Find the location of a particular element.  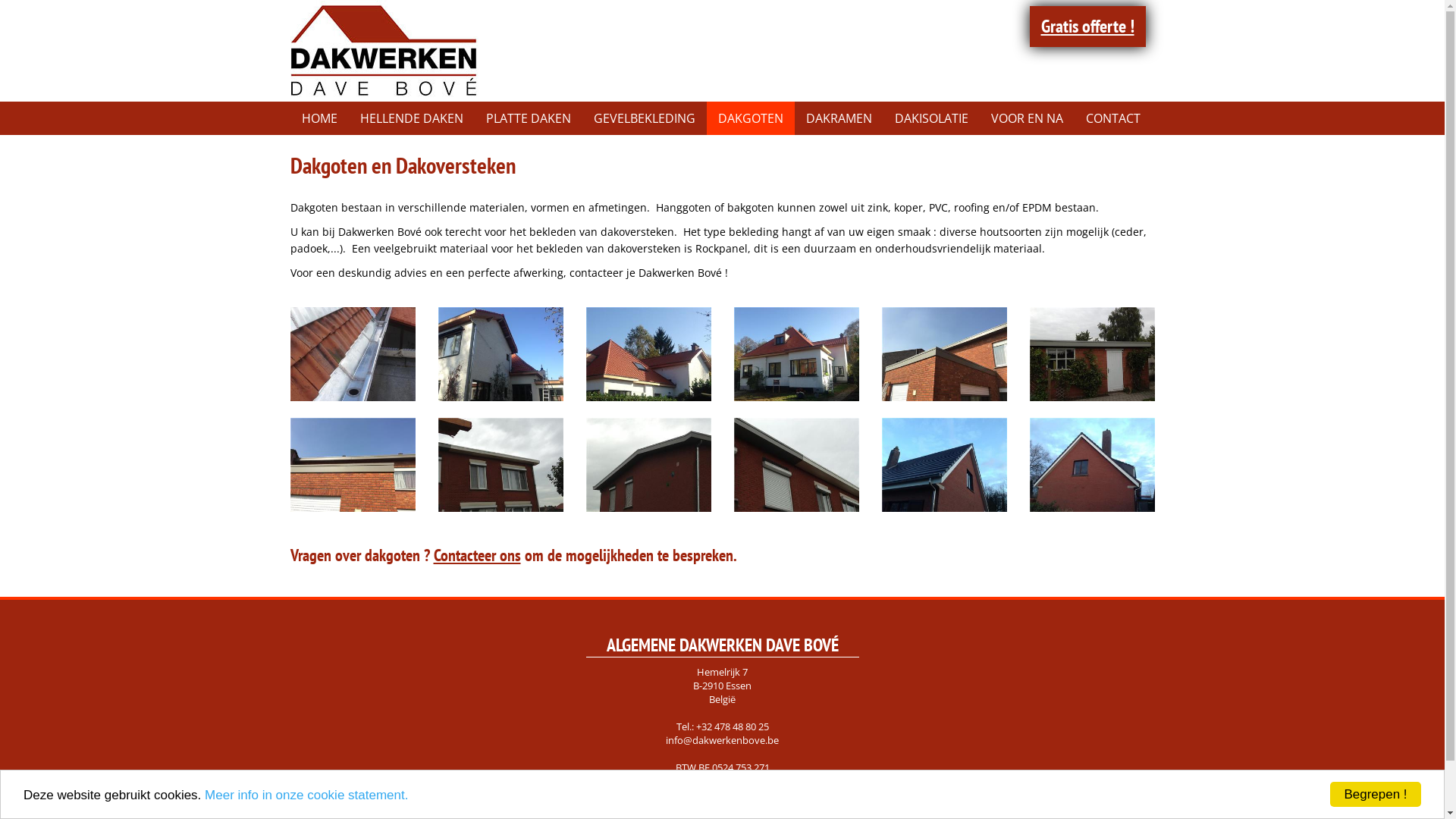

'DAKRAMEN' is located at coordinates (838, 117).